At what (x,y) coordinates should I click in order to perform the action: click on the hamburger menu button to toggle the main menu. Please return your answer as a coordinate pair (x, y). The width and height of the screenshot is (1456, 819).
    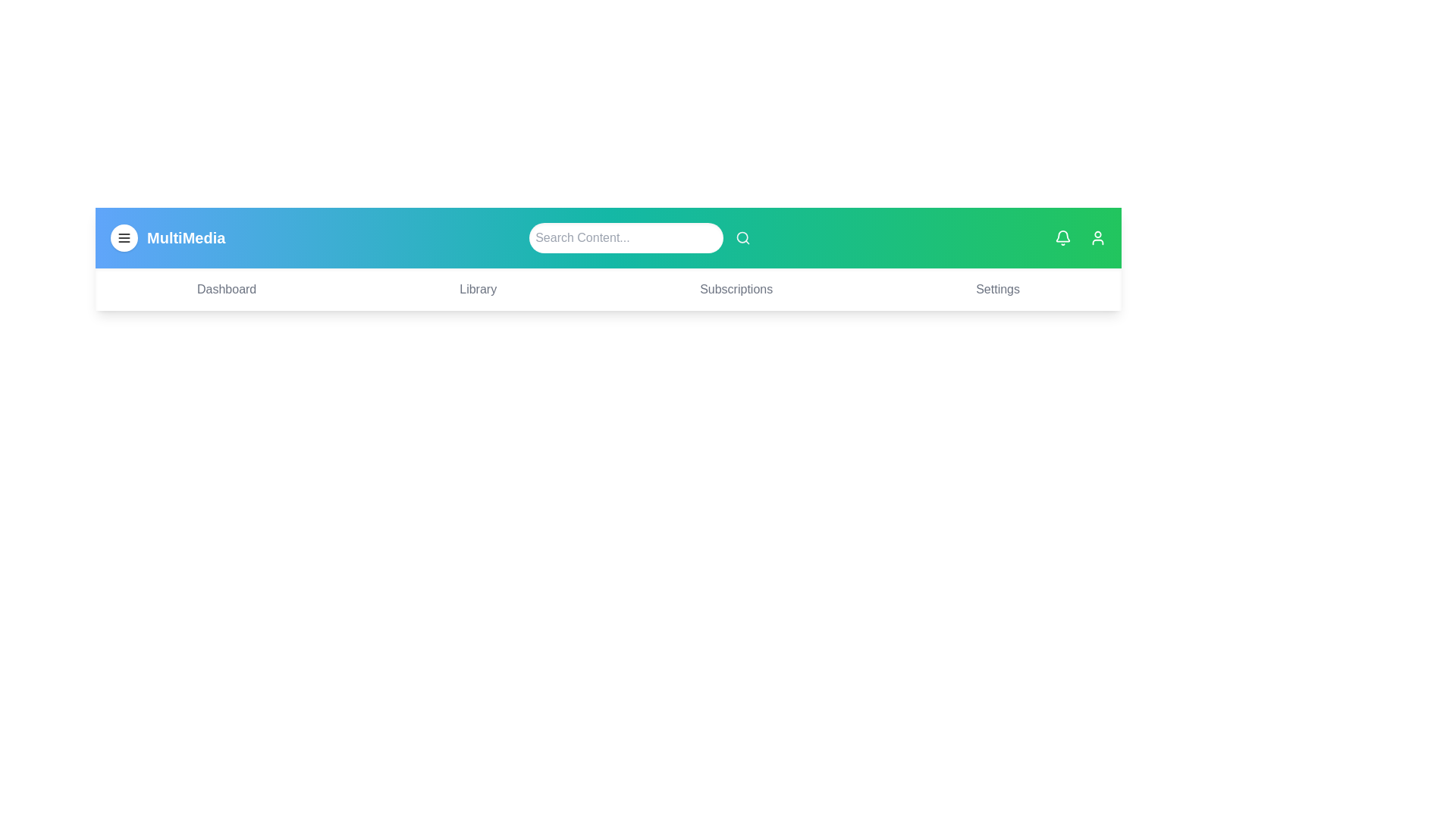
    Looking at the image, I should click on (124, 237).